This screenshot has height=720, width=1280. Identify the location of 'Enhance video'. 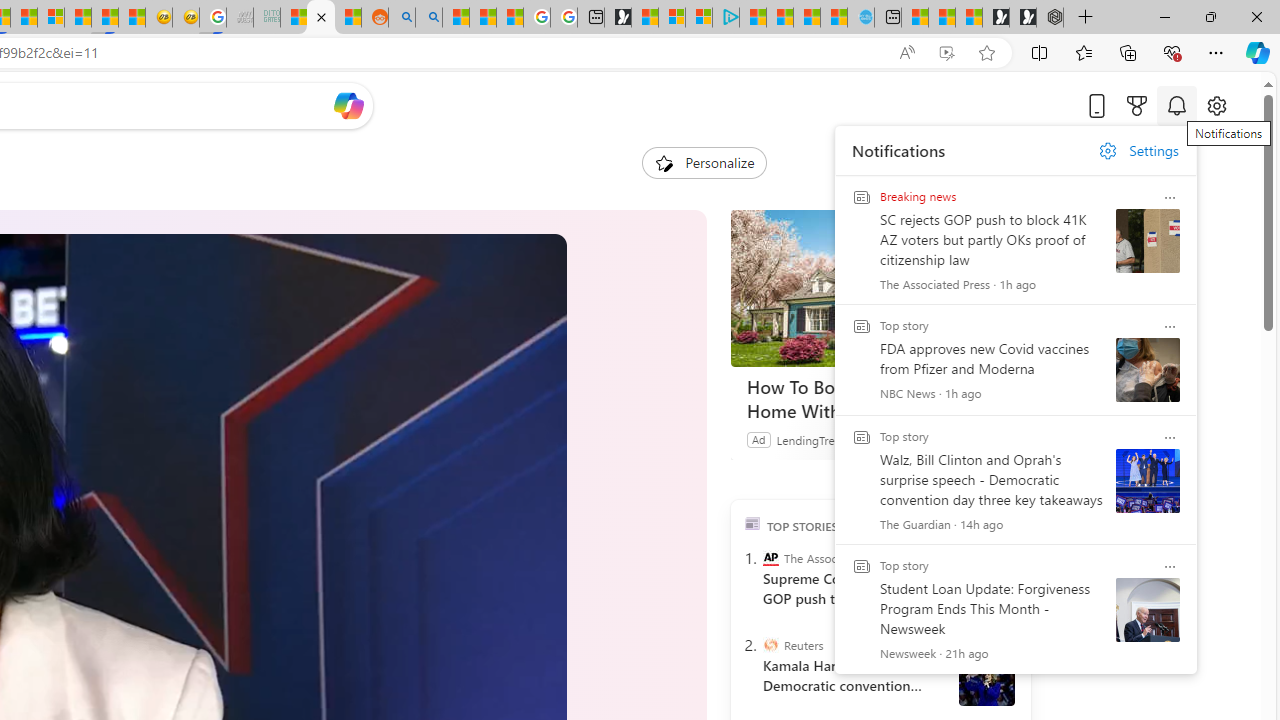
(945, 52).